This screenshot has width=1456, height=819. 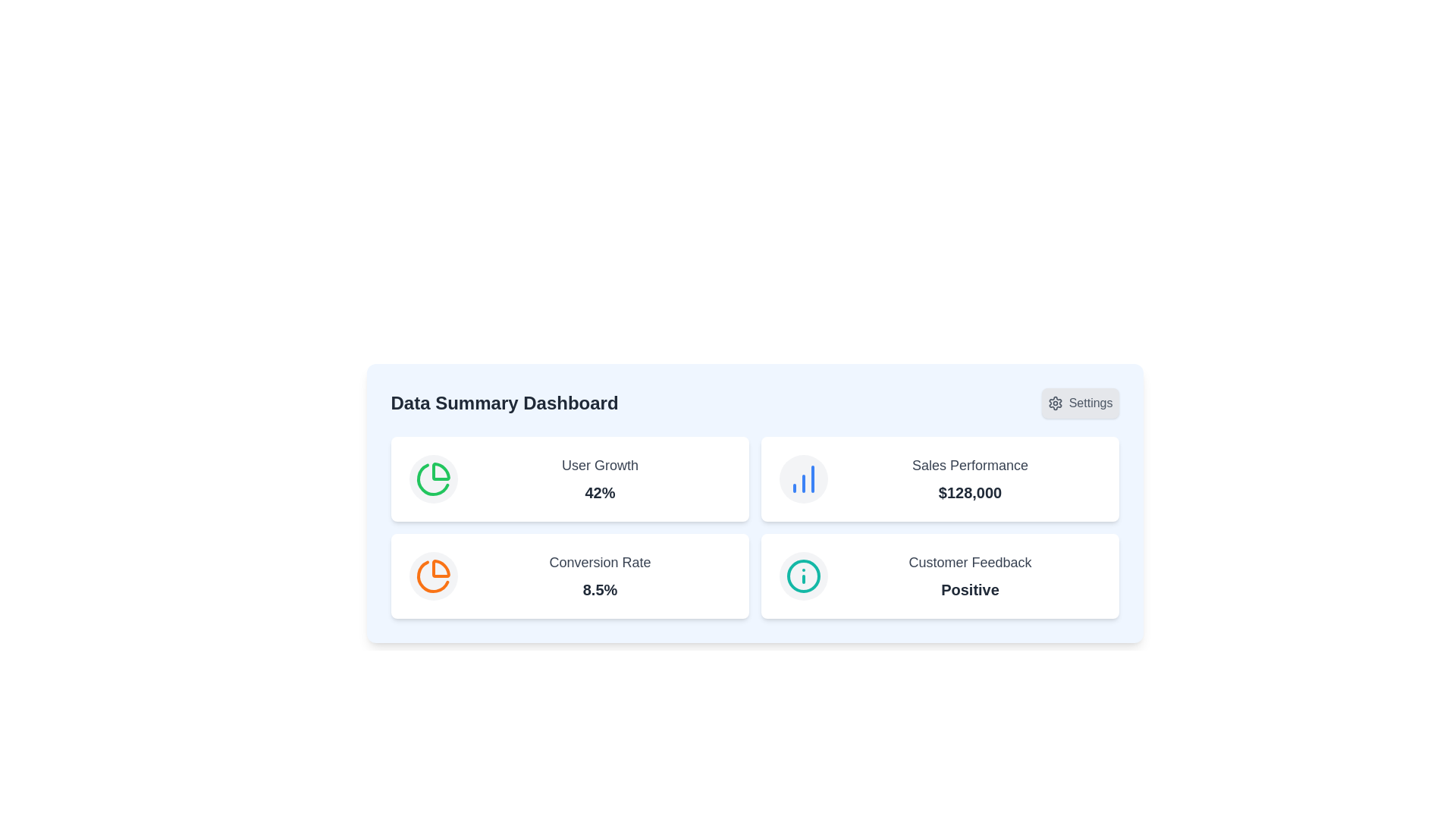 What do you see at coordinates (599, 464) in the screenshot?
I see `the text label at the top of the card that indicates the category or data represented by the card` at bounding box center [599, 464].